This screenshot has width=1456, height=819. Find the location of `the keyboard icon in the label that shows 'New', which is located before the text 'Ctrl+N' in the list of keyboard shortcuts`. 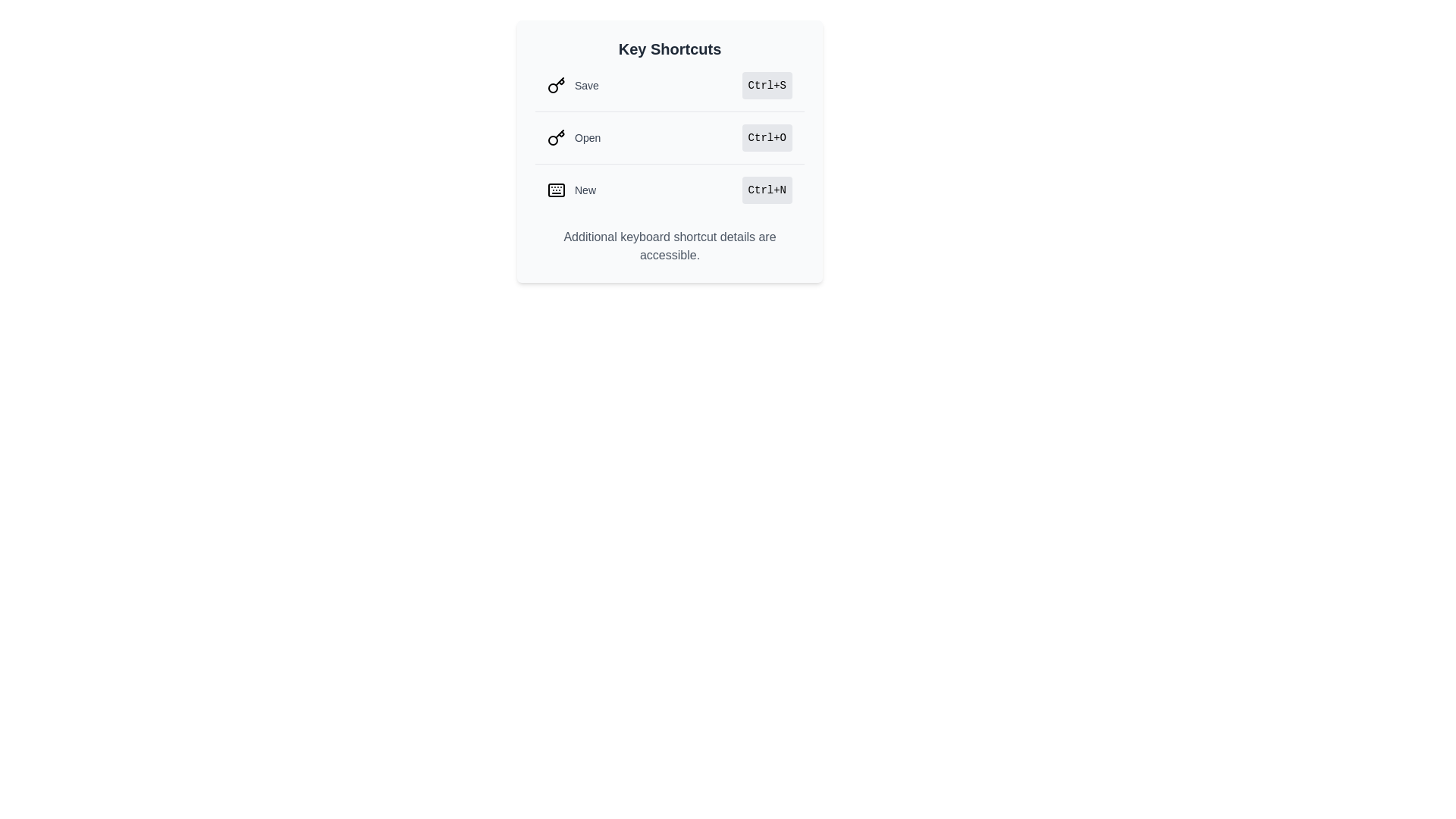

the keyboard icon in the label that shows 'New', which is located before the text 'Ctrl+N' in the list of keyboard shortcuts is located at coordinates (570, 189).